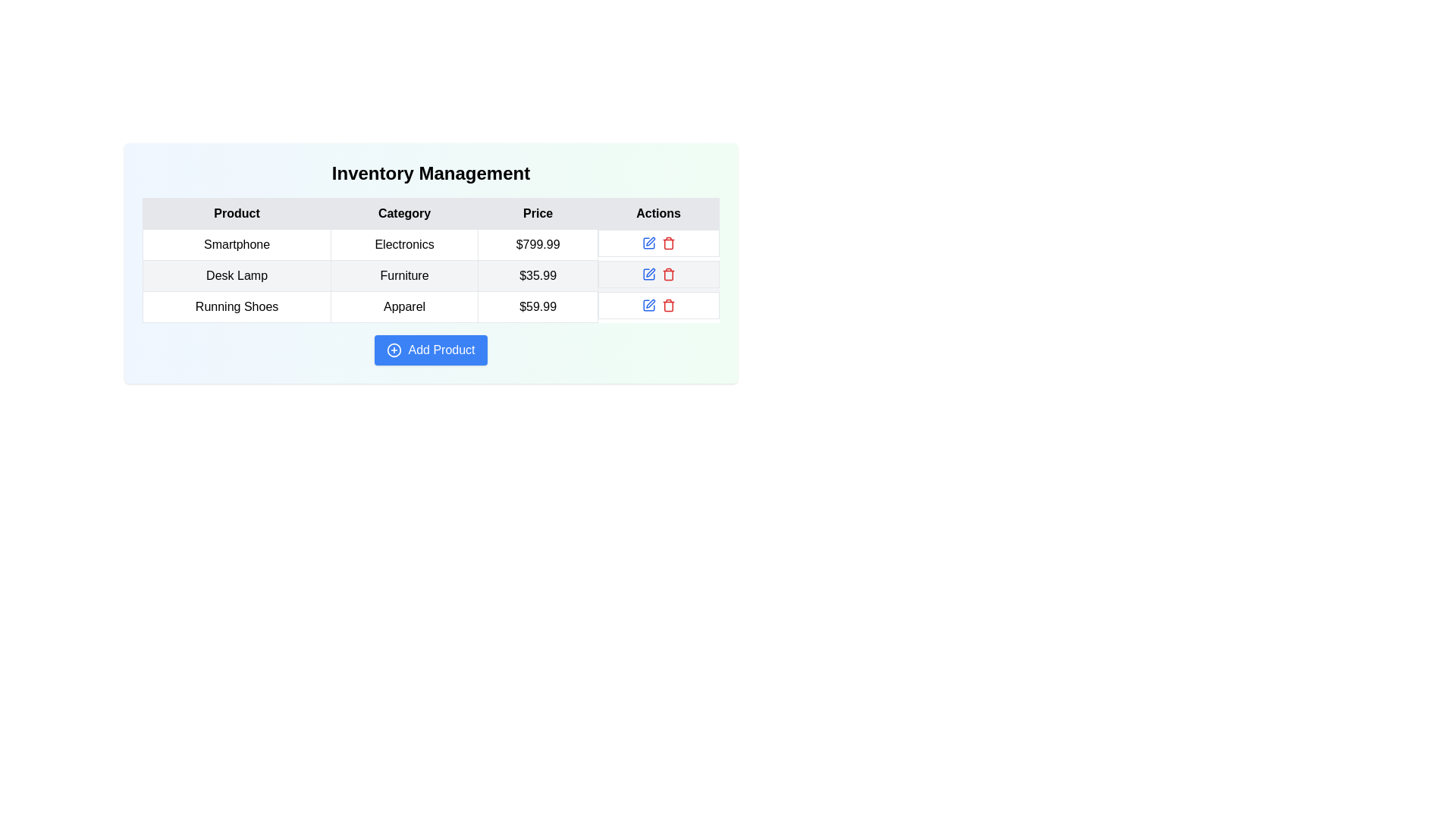  What do you see at coordinates (236, 275) in the screenshot?
I see `the text label displaying 'Desk Lamp' in the 'Product' column of the table, located in the second row, first column` at bounding box center [236, 275].